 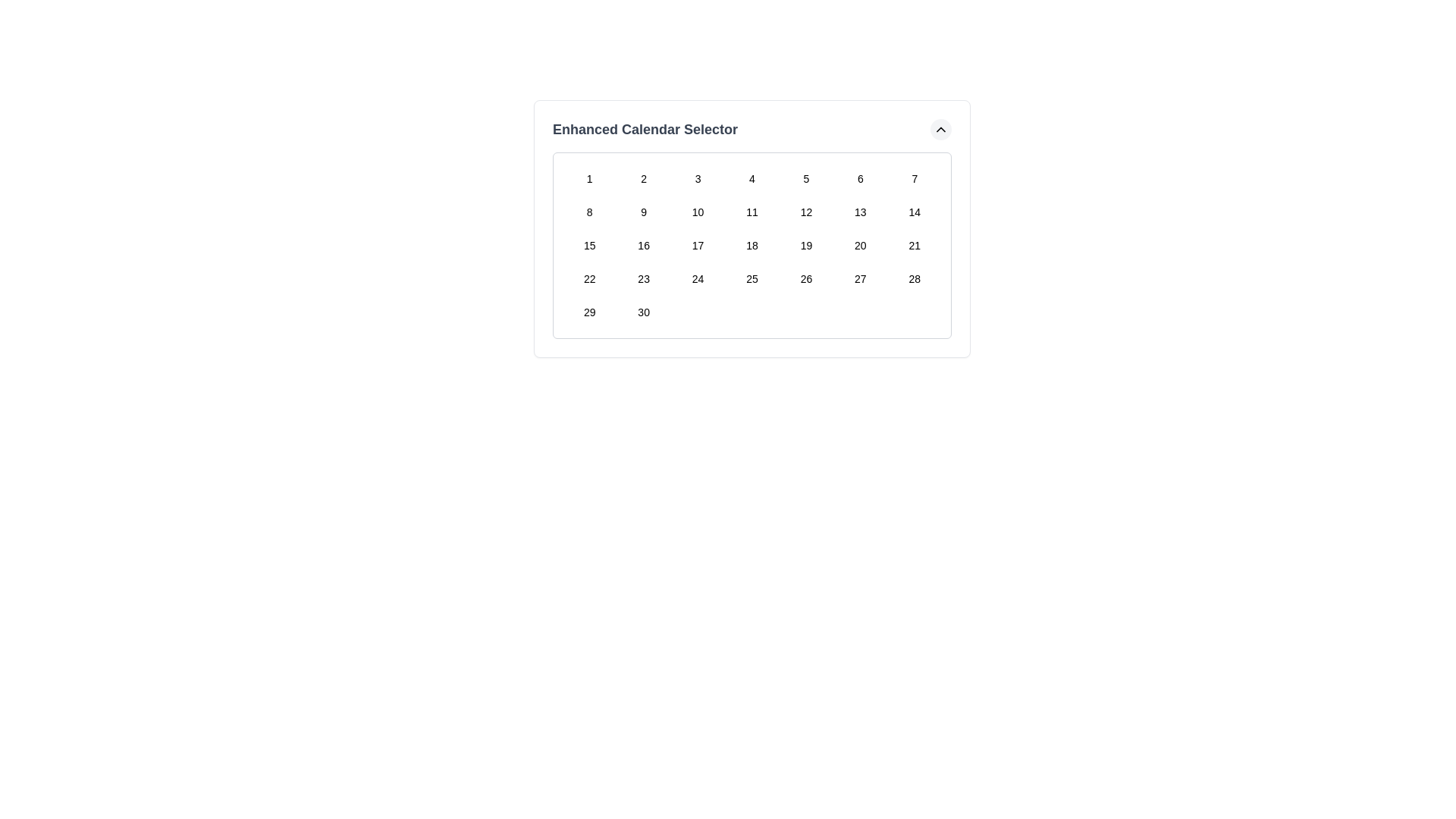 What do you see at coordinates (588, 177) in the screenshot?
I see `the first button in the first row of the calendar grid labeled '1'` at bounding box center [588, 177].